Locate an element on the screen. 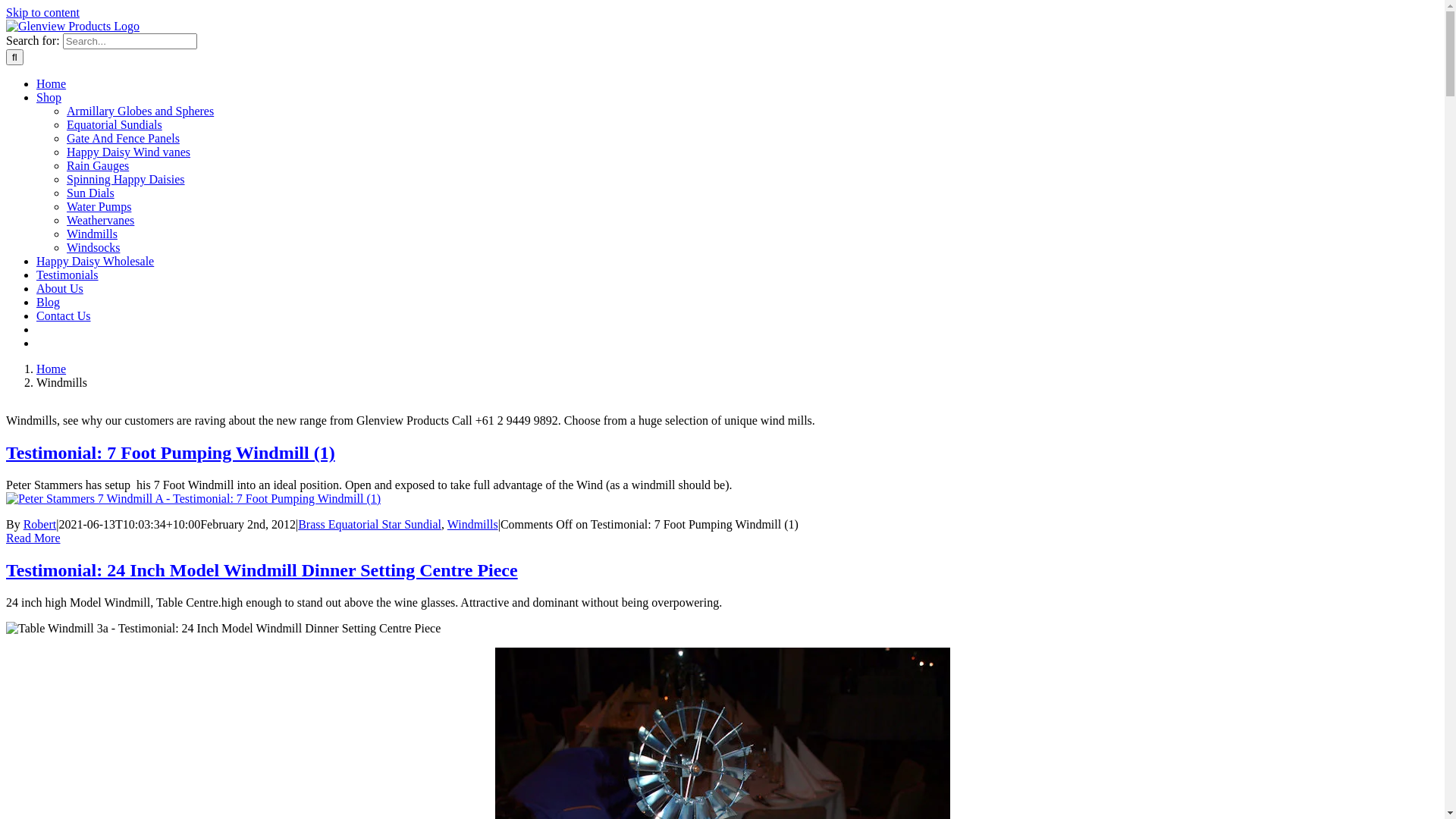  'Happy Daisy Wind vanes' is located at coordinates (65, 152).